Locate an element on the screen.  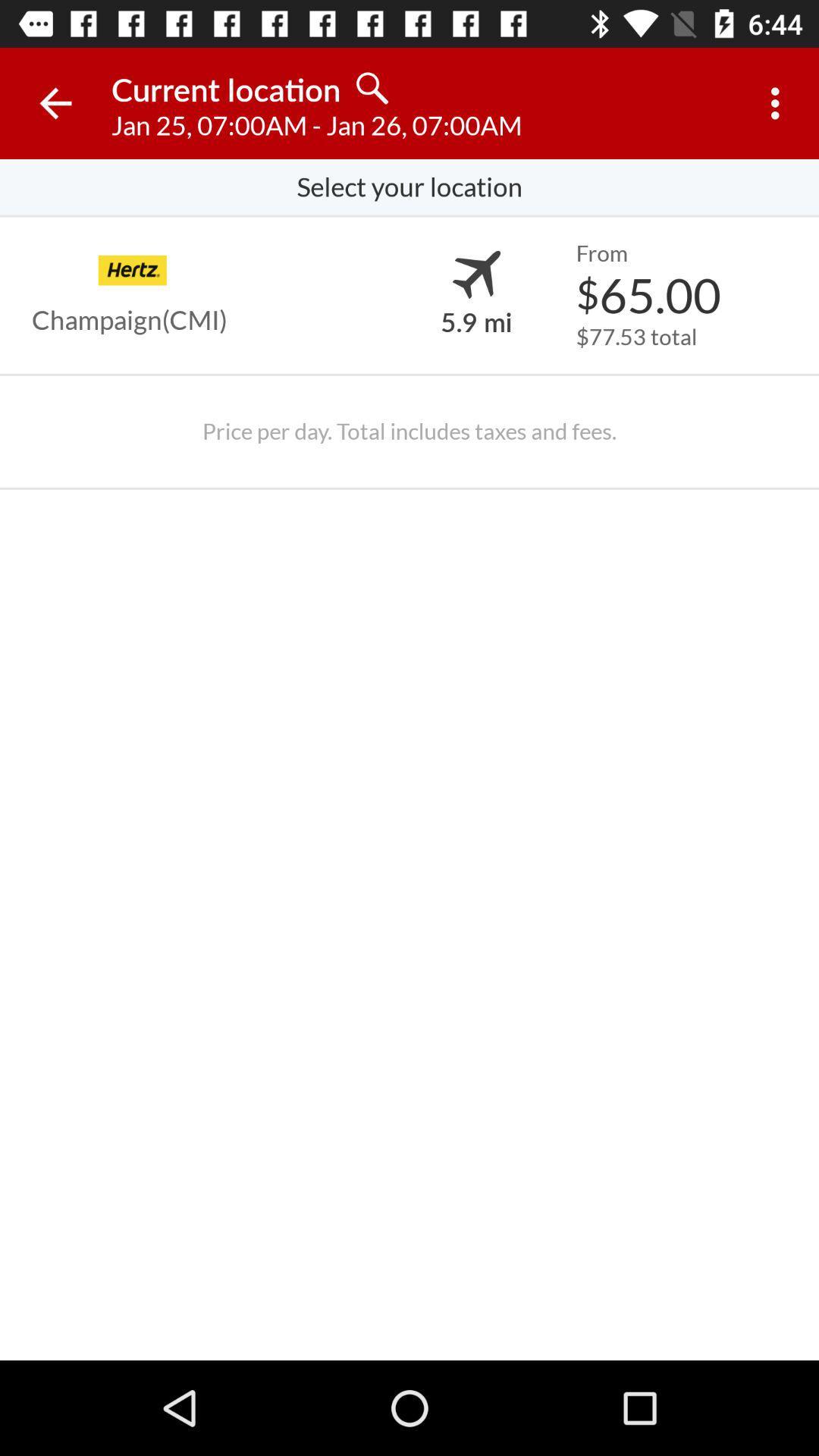
the icon above select your location icon is located at coordinates (55, 102).